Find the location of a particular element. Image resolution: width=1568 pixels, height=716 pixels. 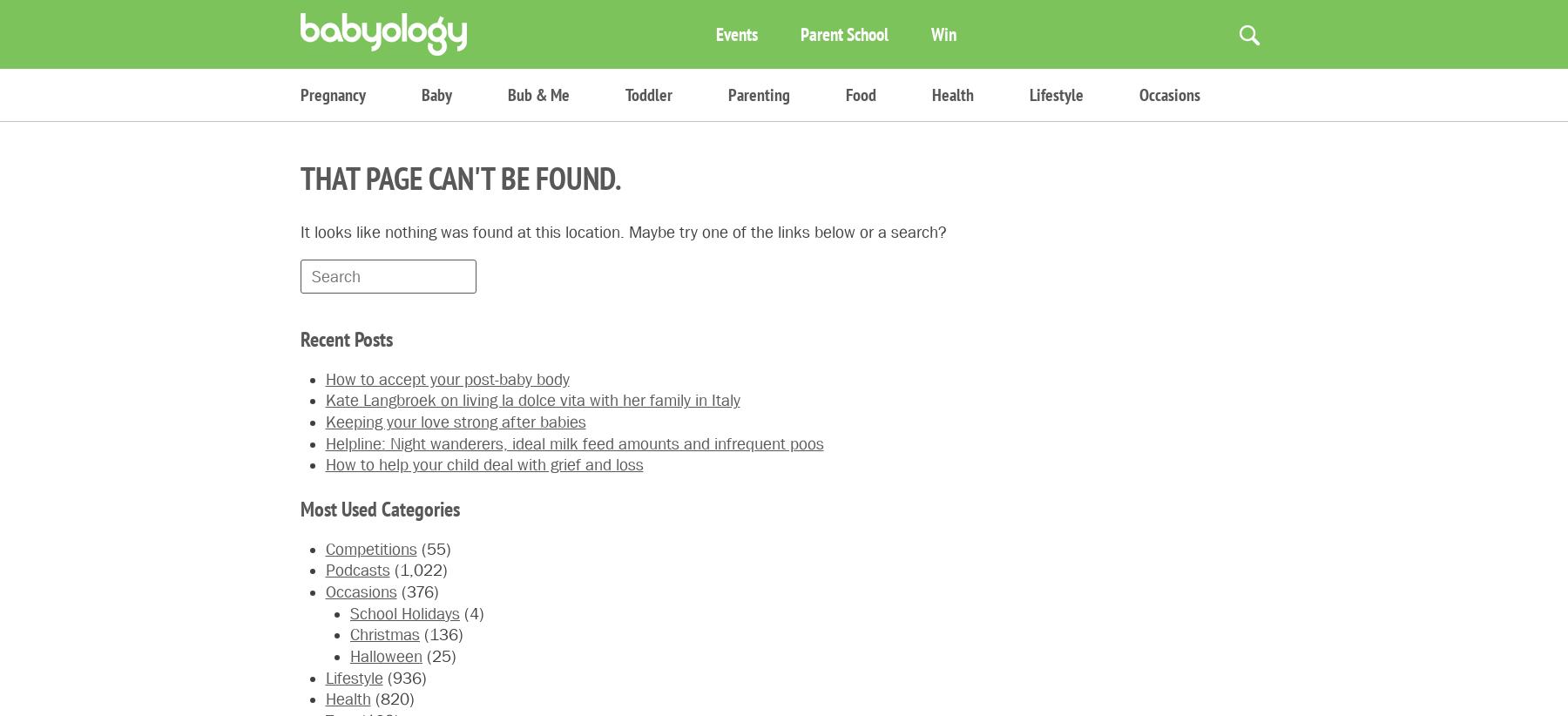

'Parenting' is located at coordinates (759, 93).